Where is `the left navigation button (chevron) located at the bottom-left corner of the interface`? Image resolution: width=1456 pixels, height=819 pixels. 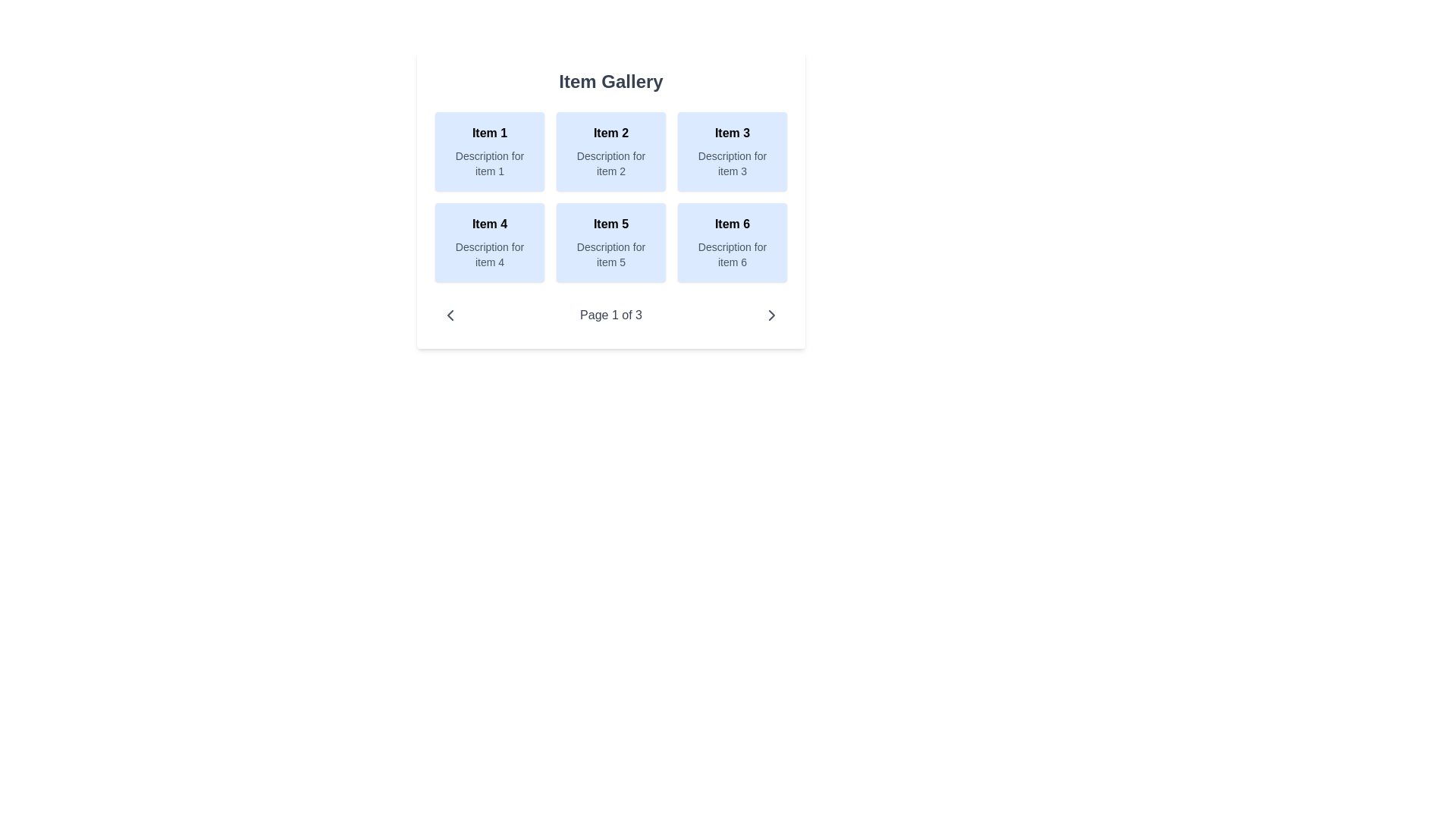
the left navigation button (chevron) located at the bottom-left corner of the interface is located at coordinates (450, 315).